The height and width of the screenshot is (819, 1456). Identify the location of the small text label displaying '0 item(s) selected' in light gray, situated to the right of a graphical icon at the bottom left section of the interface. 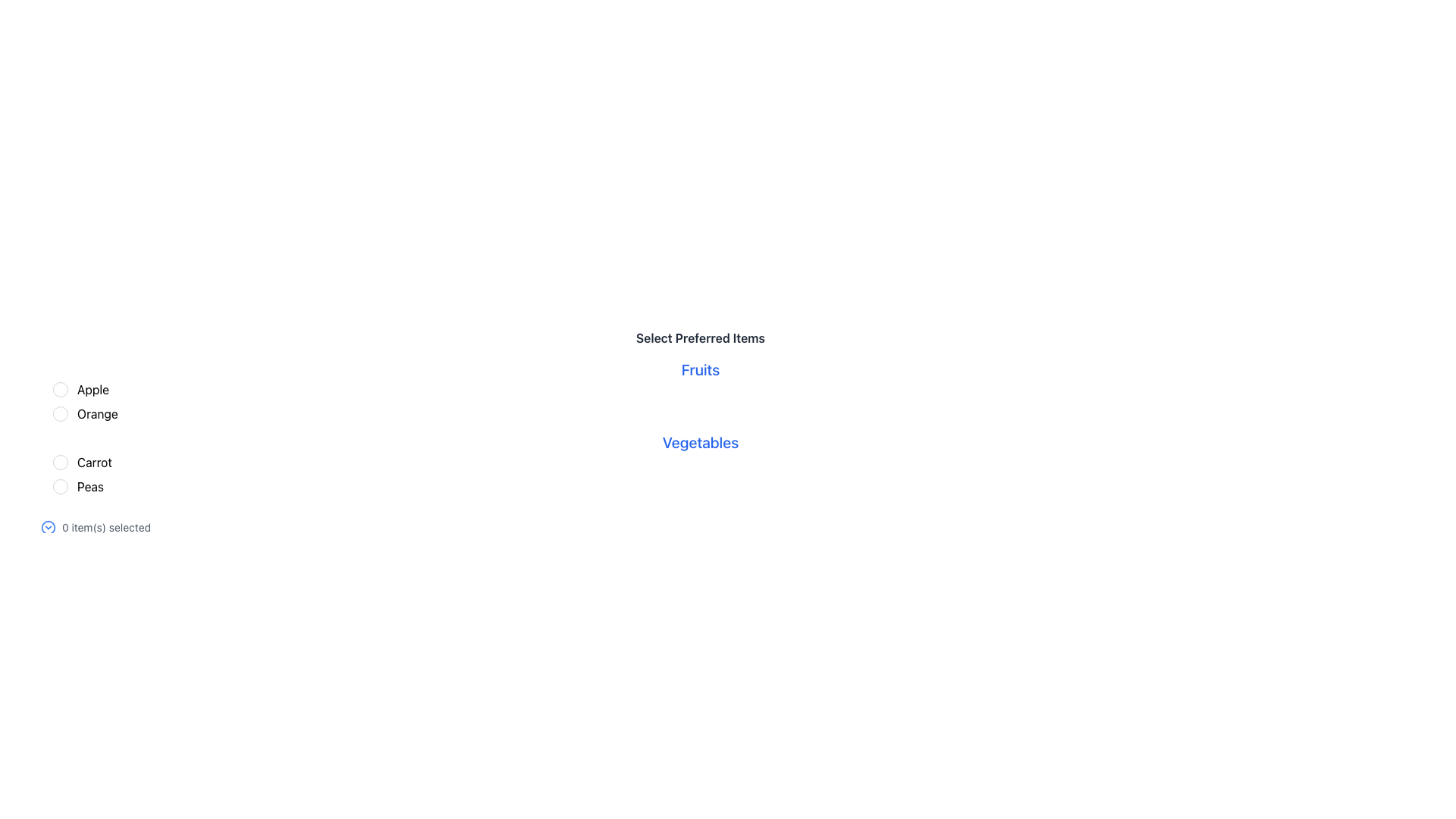
(105, 526).